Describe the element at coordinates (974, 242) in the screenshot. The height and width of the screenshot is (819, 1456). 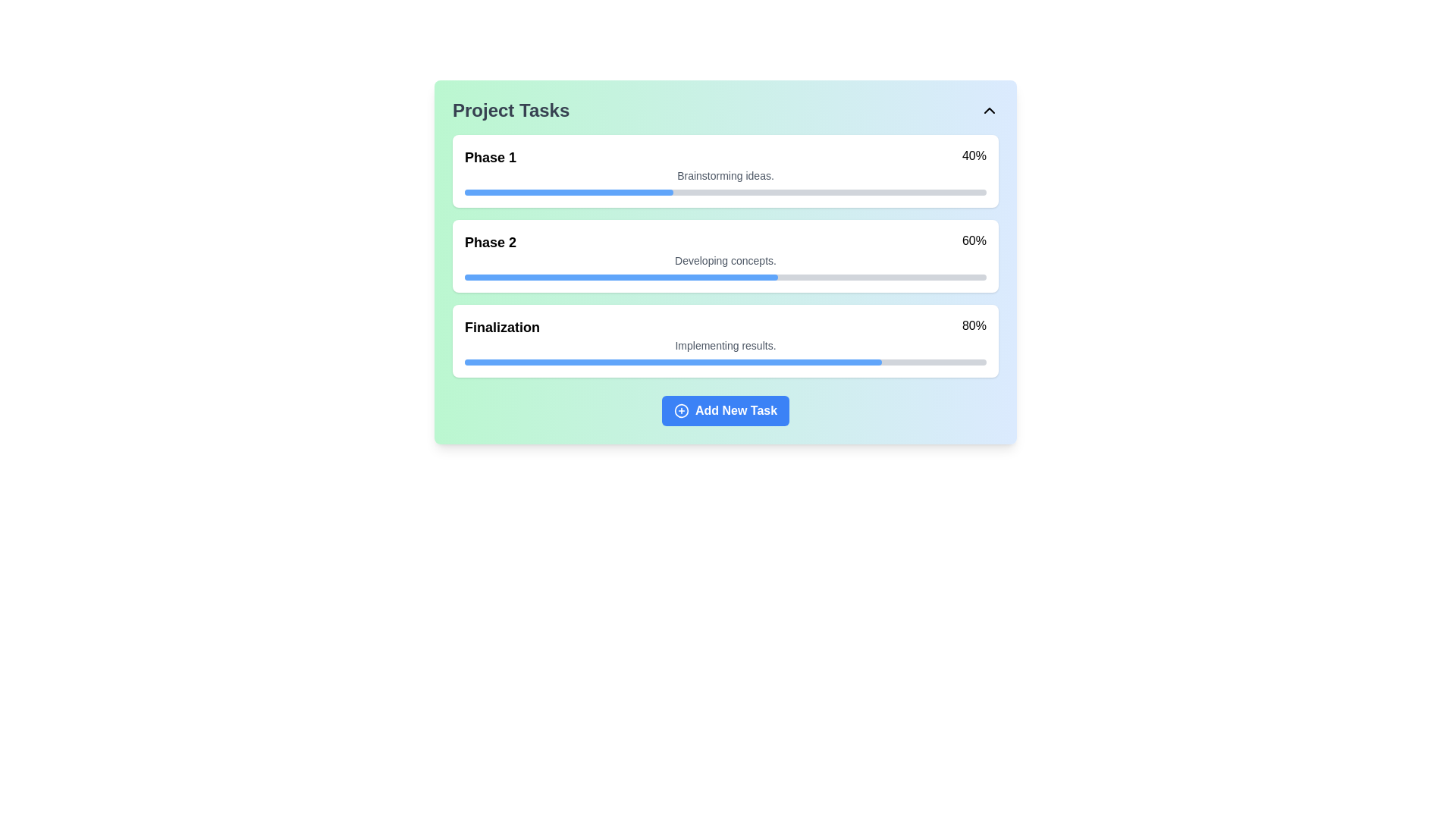
I see `text indicating the current completion percentage (60%) of the 'Phase 2' project task, located near the top right corner of the 'Phase 2' section in the task list` at that location.